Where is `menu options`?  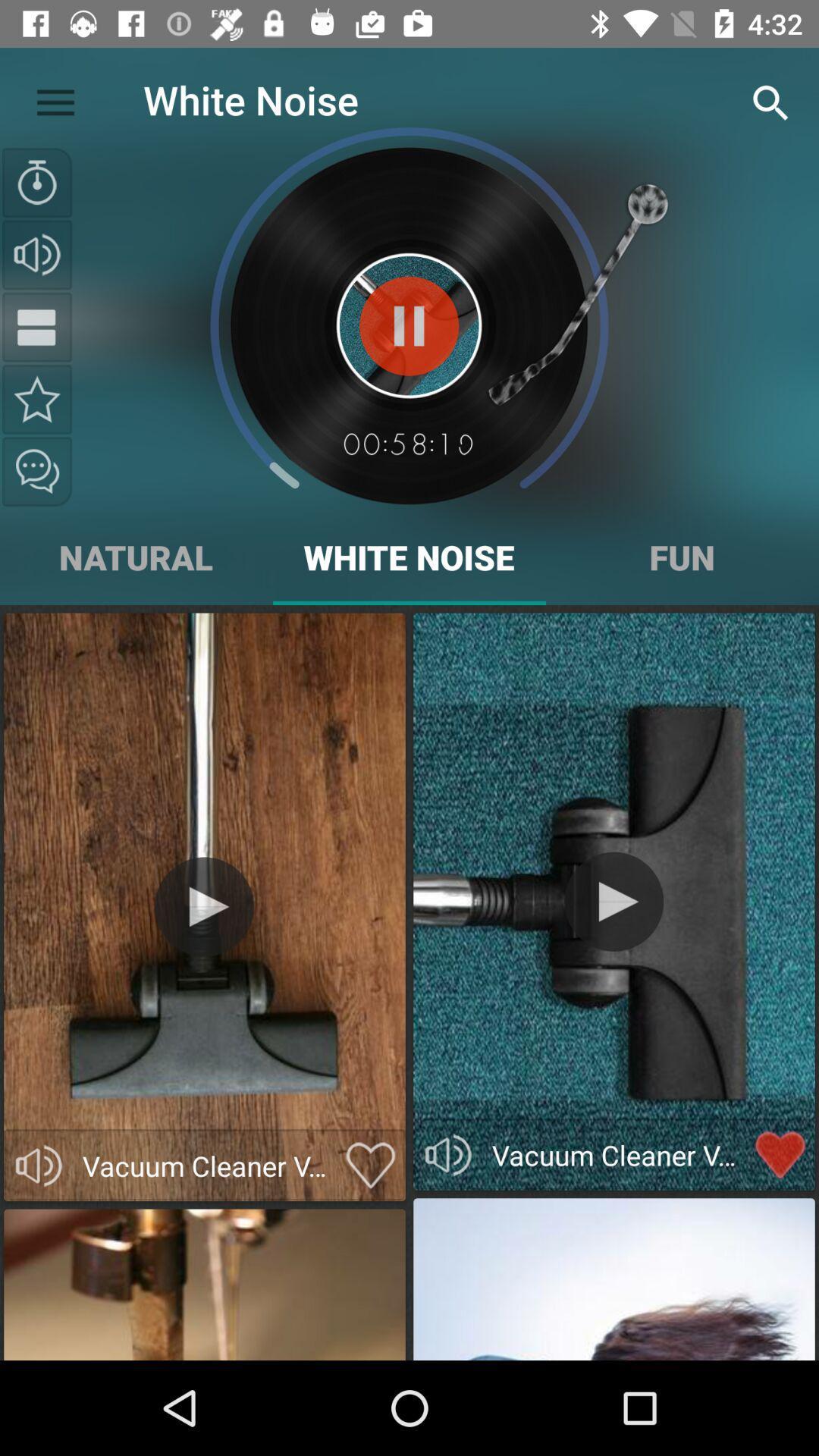 menu options is located at coordinates (36, 326).